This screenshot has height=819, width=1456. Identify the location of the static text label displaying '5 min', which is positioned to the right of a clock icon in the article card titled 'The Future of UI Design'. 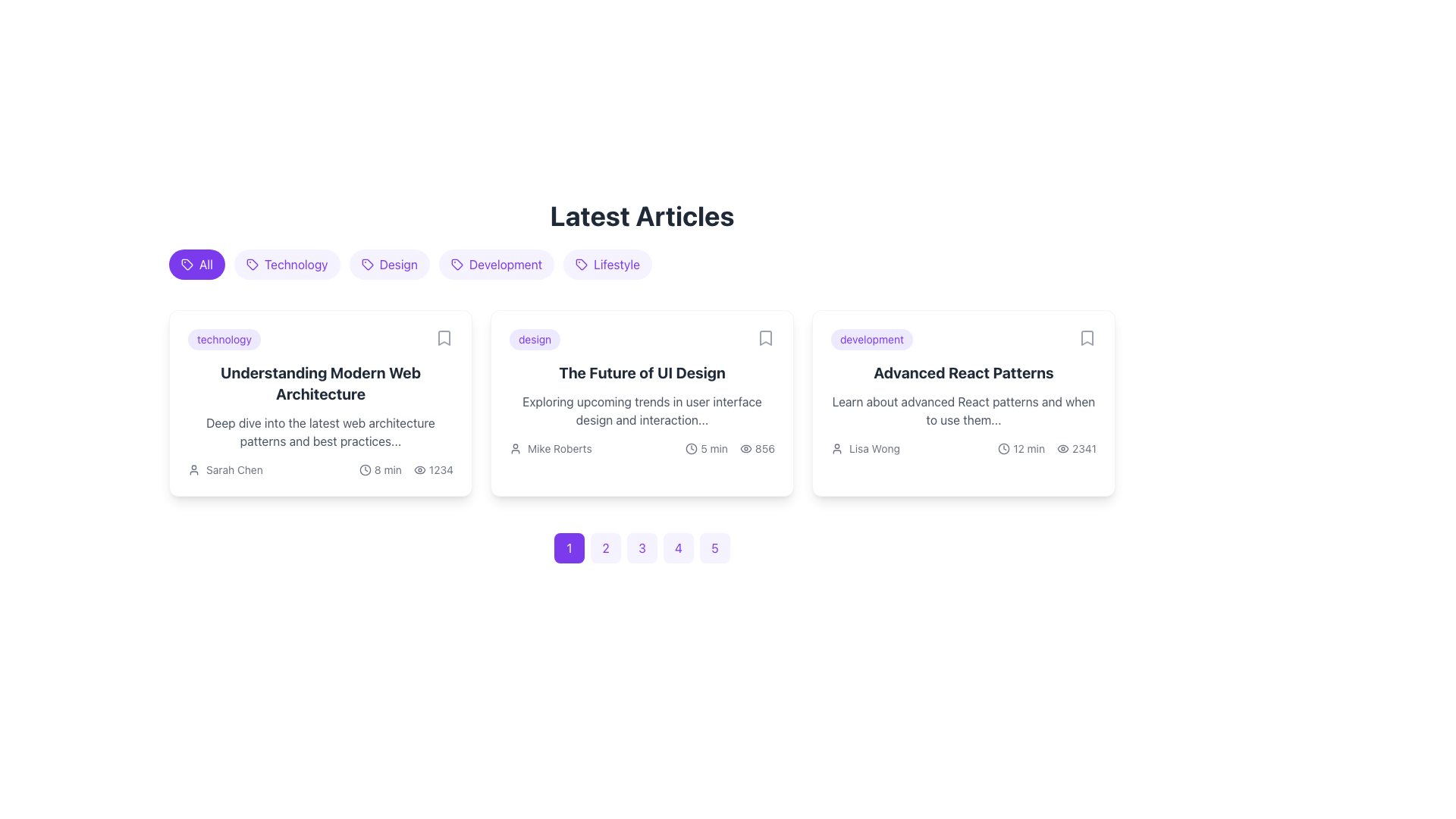
(714, 447).